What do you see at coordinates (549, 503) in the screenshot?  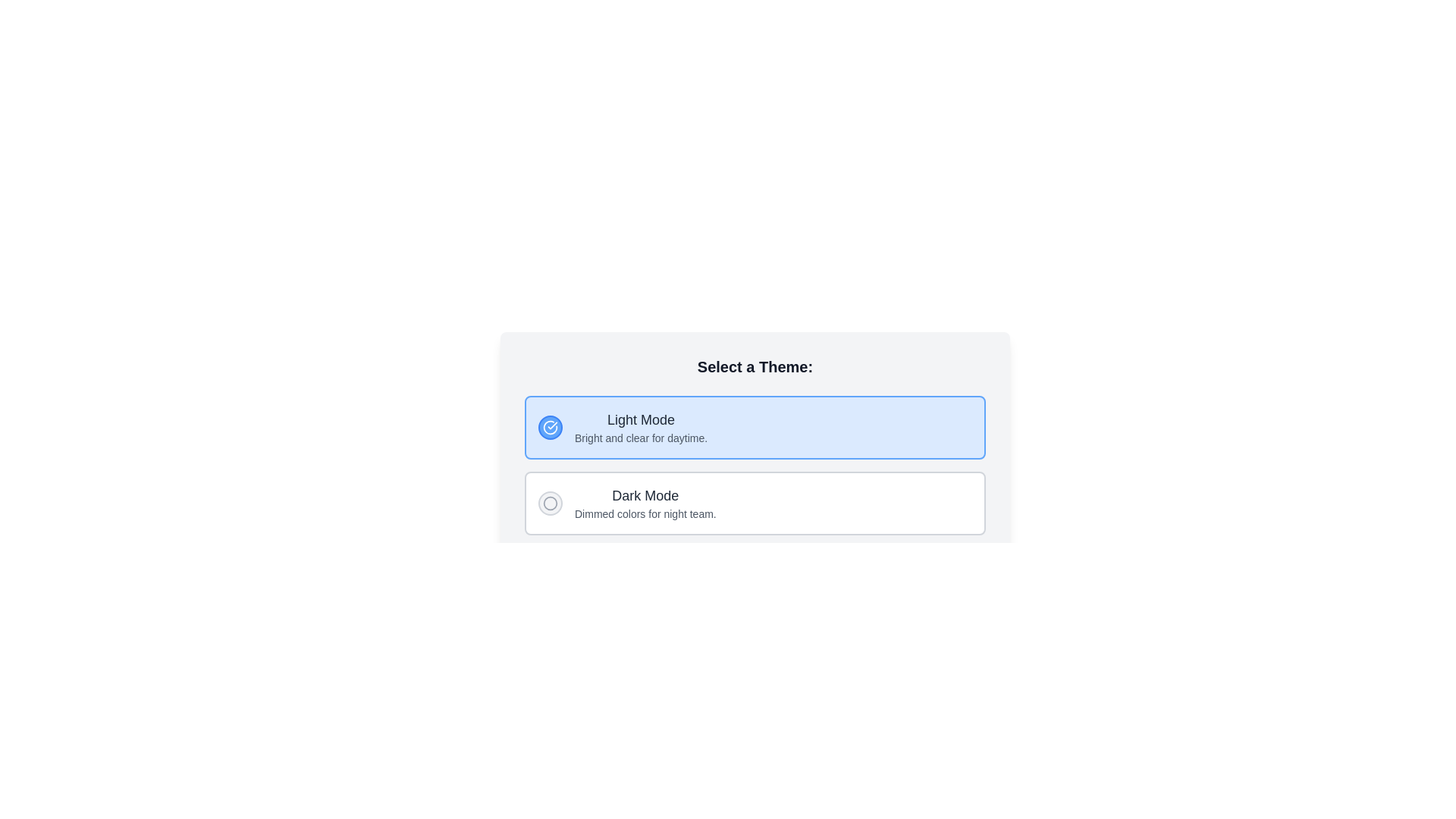 I see `the circular button for the 'Dark Mode' option located in the bottom panel` at bounding box center [549, 503].